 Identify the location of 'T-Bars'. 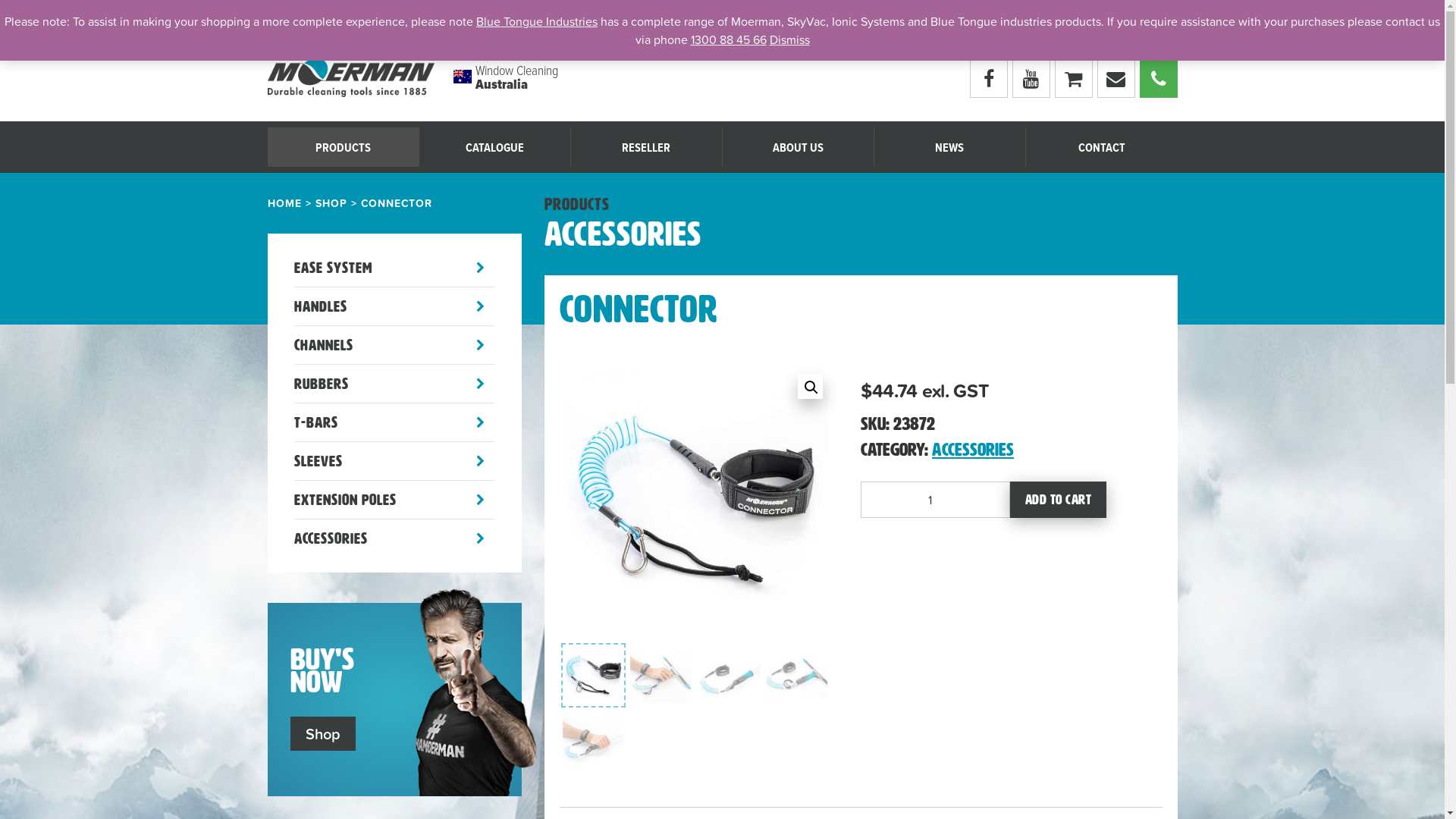
(294, 422).